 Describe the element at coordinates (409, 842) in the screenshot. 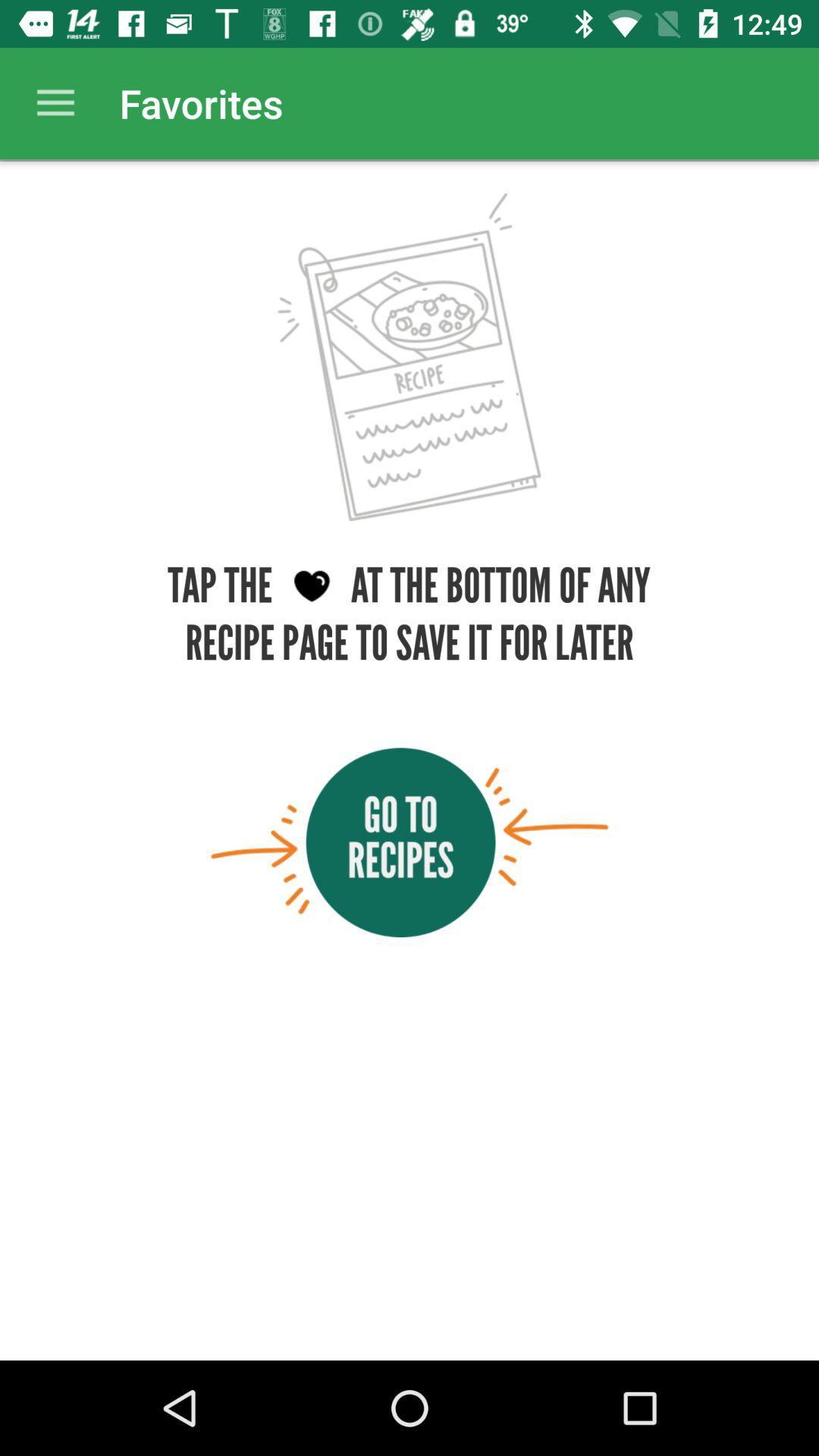

I see `push button option` at that location.